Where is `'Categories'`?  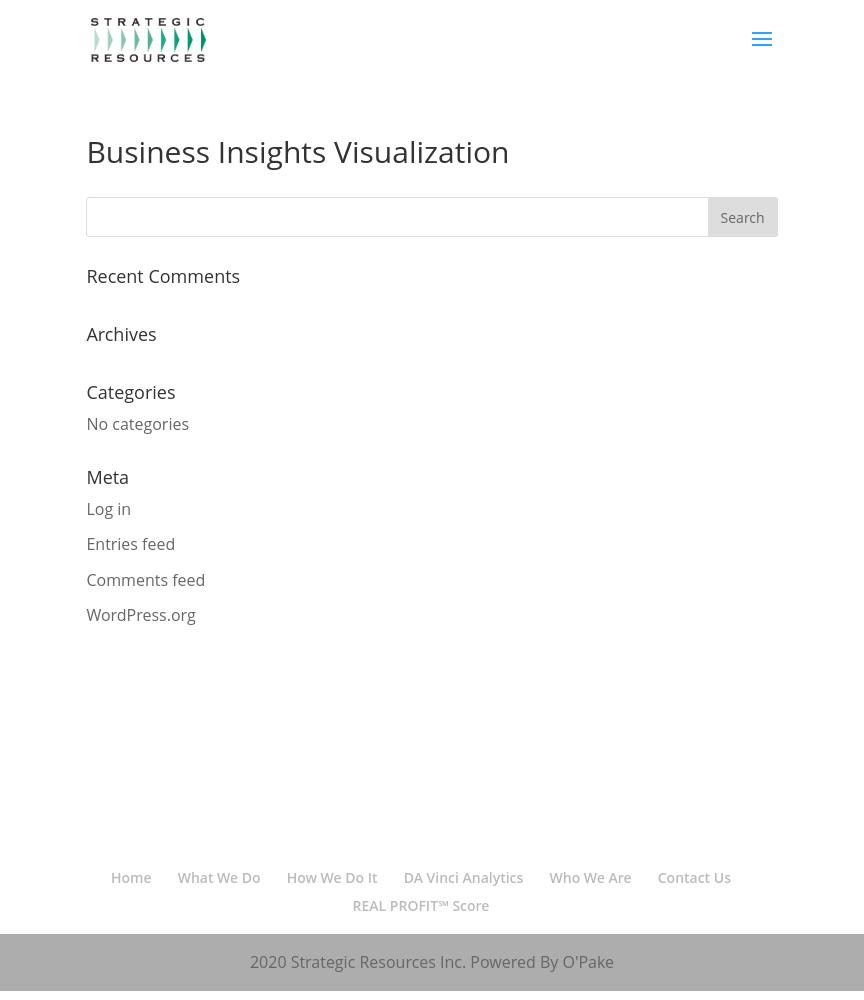
'Categories' is located at coordinates (129, 392).